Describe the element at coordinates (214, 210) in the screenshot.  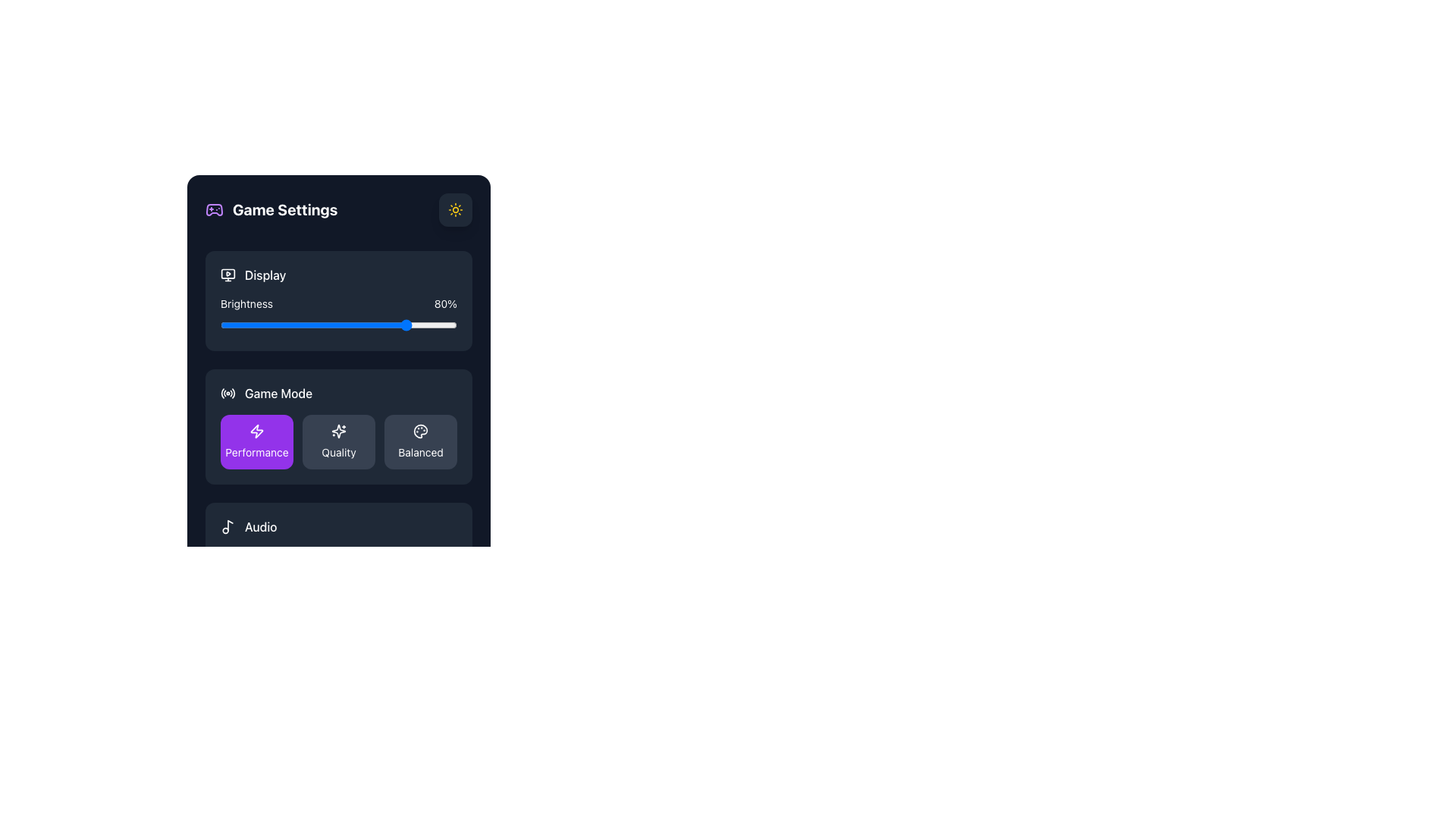
I see `the gamepad icon in the header section labeled 'Game Settings', which is compact, purple, and positioned to the left of the text 'Game Settings'` at that location.